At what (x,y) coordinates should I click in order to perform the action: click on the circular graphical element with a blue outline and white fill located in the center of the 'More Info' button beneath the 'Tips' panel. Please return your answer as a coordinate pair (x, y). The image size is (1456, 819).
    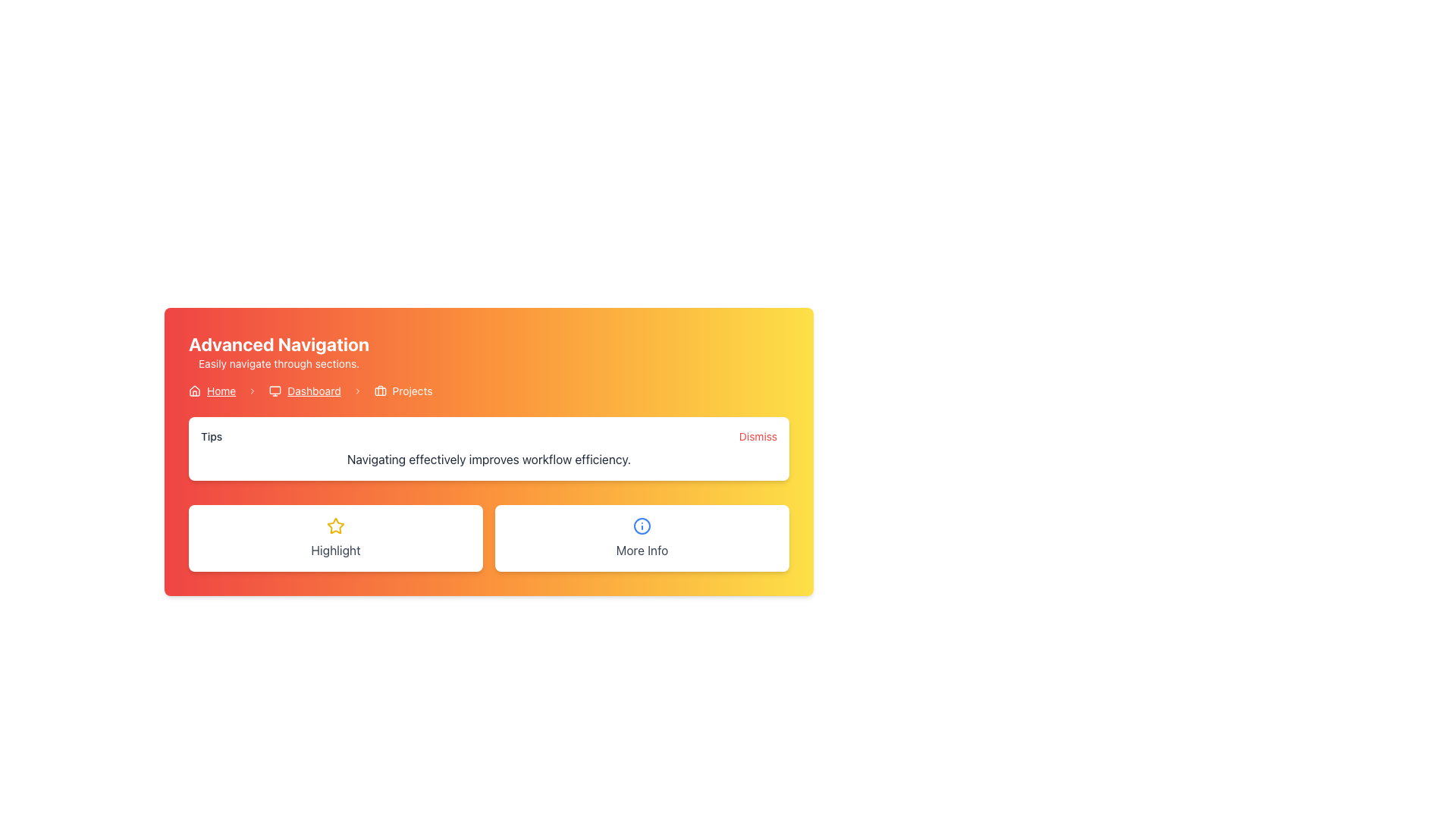
    Looking at the image, I should click on (642, 526).